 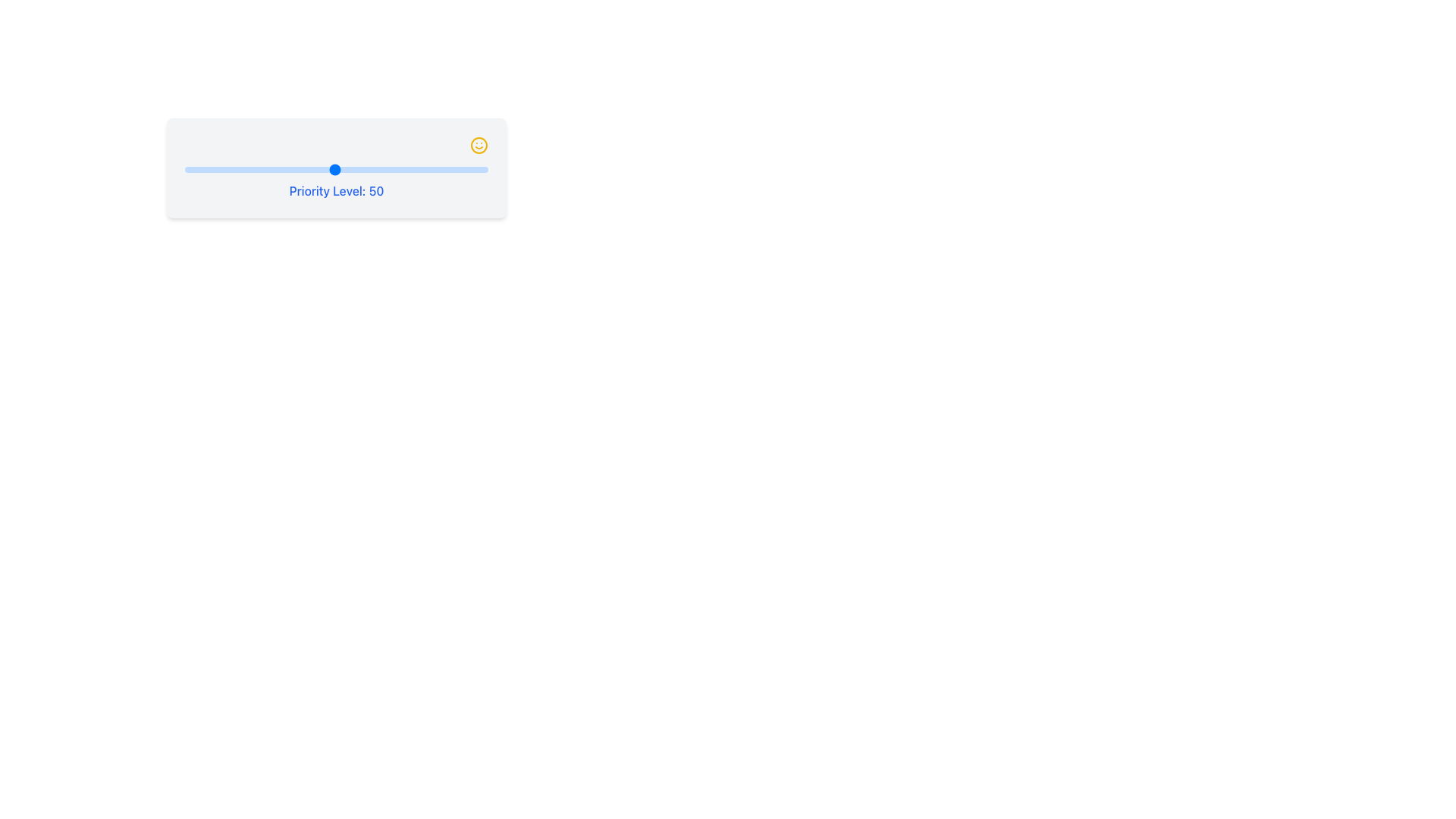 What do you see at coordinates (484, 169) in the screenshot?
I see `the priority level` at bounding box center [484, 169].